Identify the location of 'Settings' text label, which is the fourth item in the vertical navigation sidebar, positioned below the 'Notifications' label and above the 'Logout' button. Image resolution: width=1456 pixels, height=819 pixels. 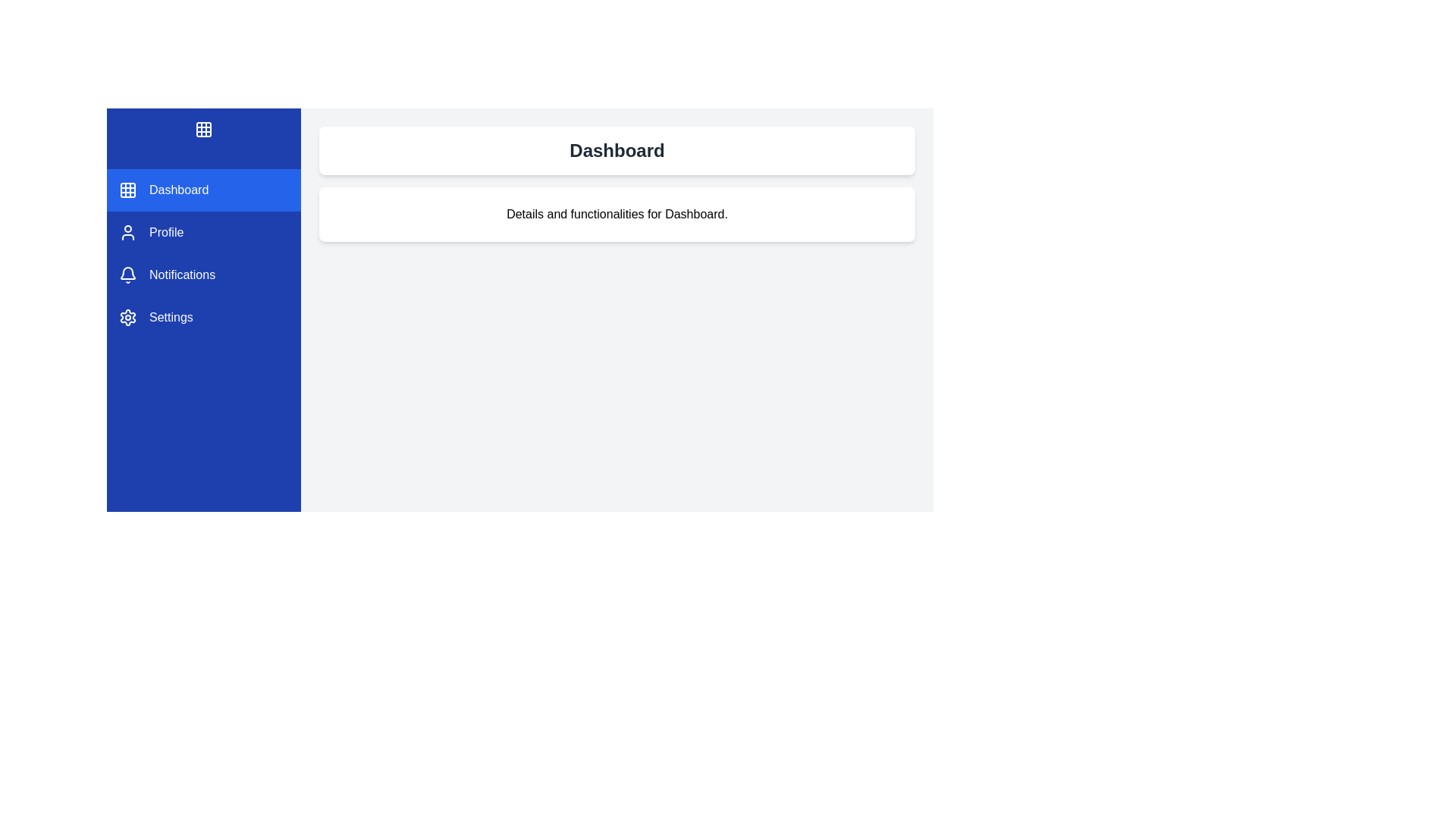
(171, 317).